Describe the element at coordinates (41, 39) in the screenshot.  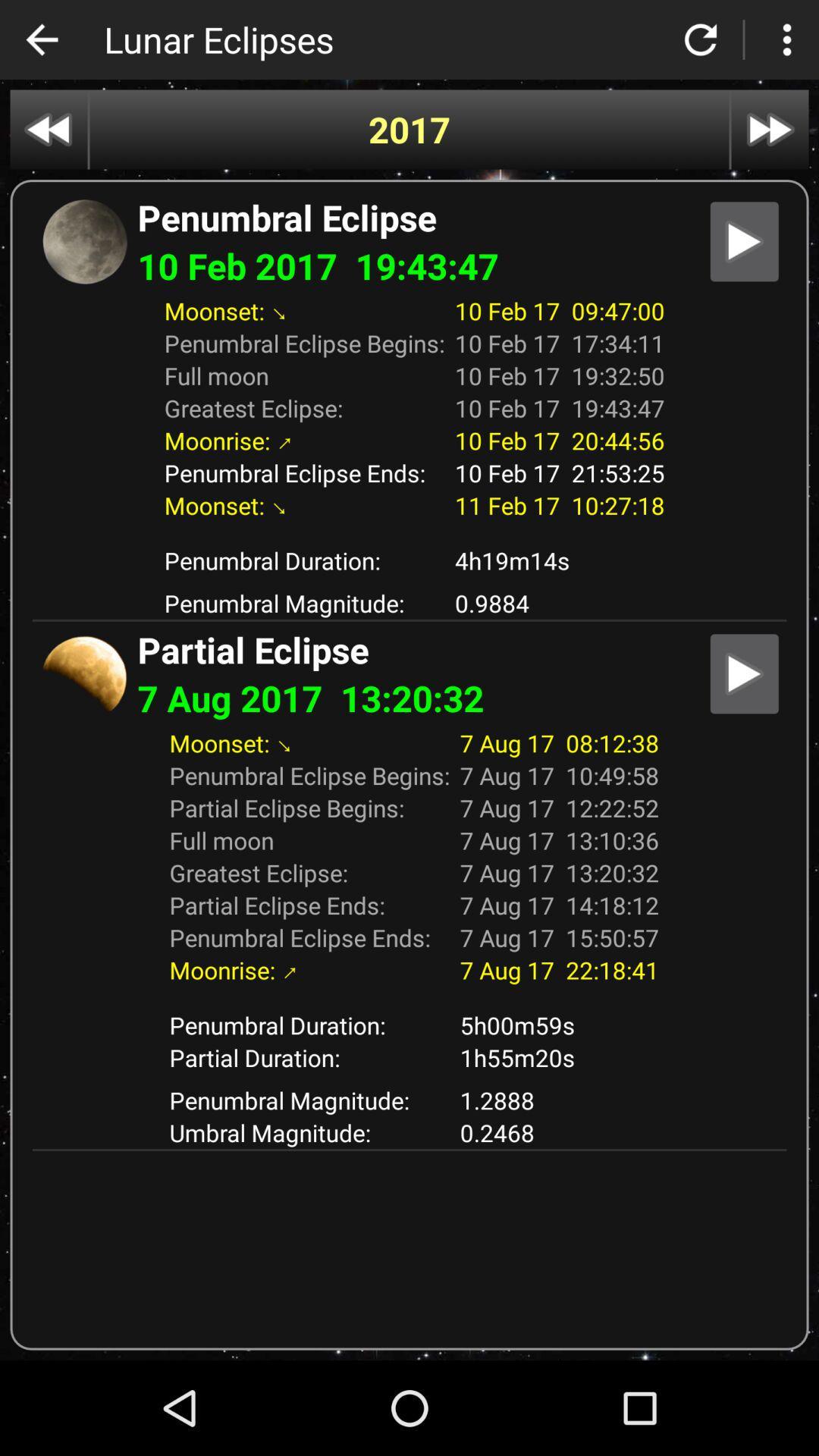
I see `back` at that location.